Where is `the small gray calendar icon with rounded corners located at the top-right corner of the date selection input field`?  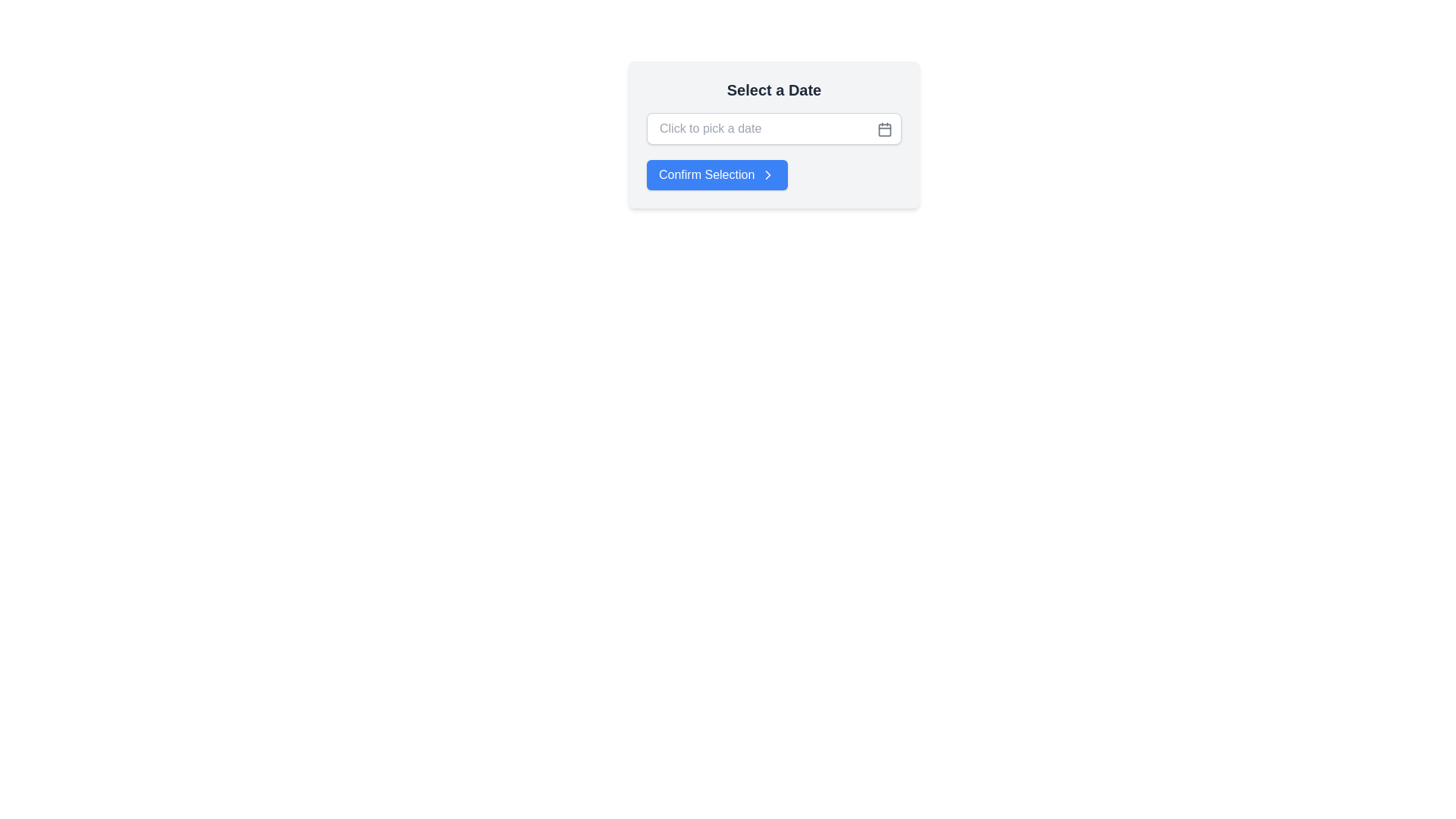 the small gray calendar icon with rounded corners located at the top-right corner of the date selection input field is located at coordinates (884, 128).